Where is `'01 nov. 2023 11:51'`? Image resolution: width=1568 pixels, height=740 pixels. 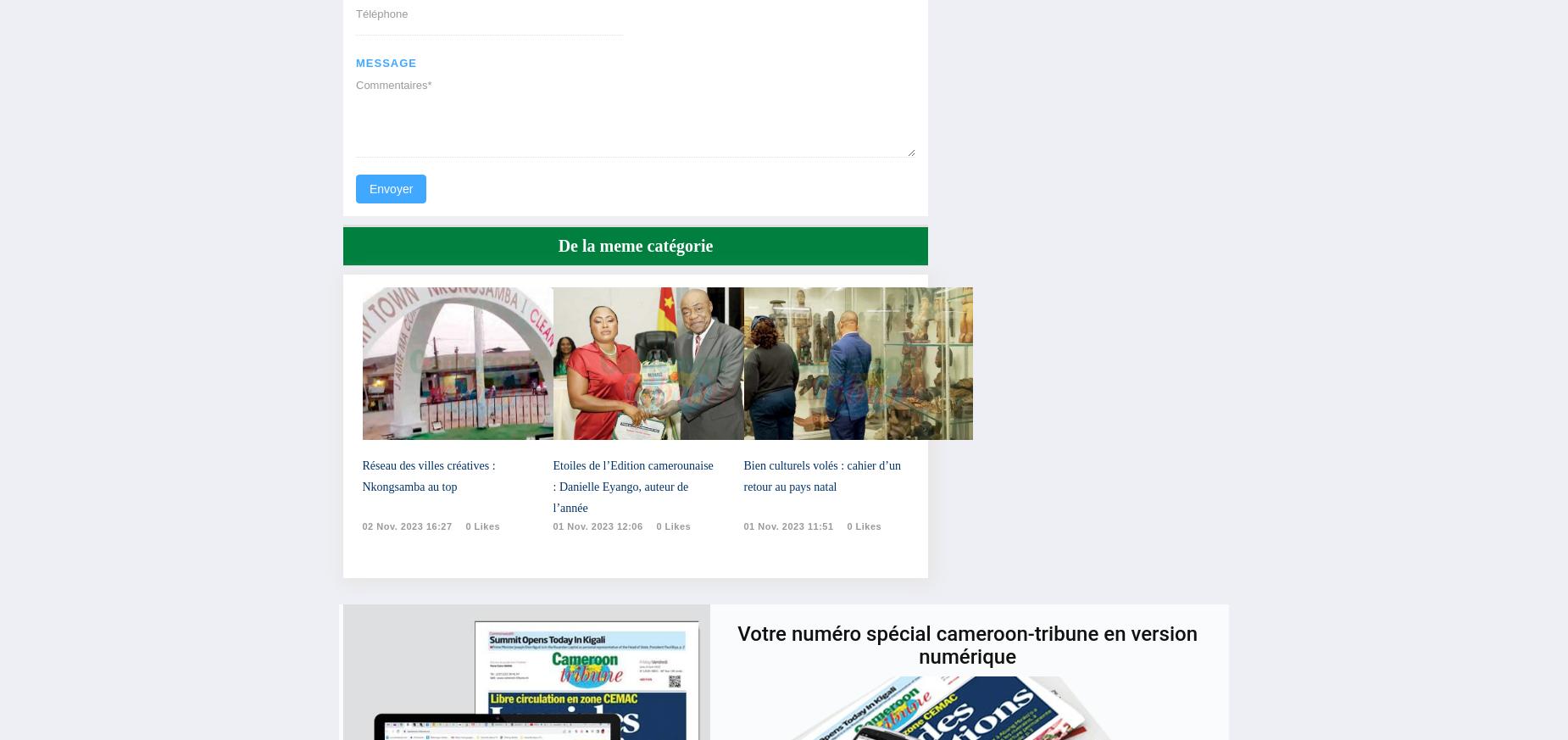 '01 nov. 2023 11:51' is located at coordinates (743, 526).